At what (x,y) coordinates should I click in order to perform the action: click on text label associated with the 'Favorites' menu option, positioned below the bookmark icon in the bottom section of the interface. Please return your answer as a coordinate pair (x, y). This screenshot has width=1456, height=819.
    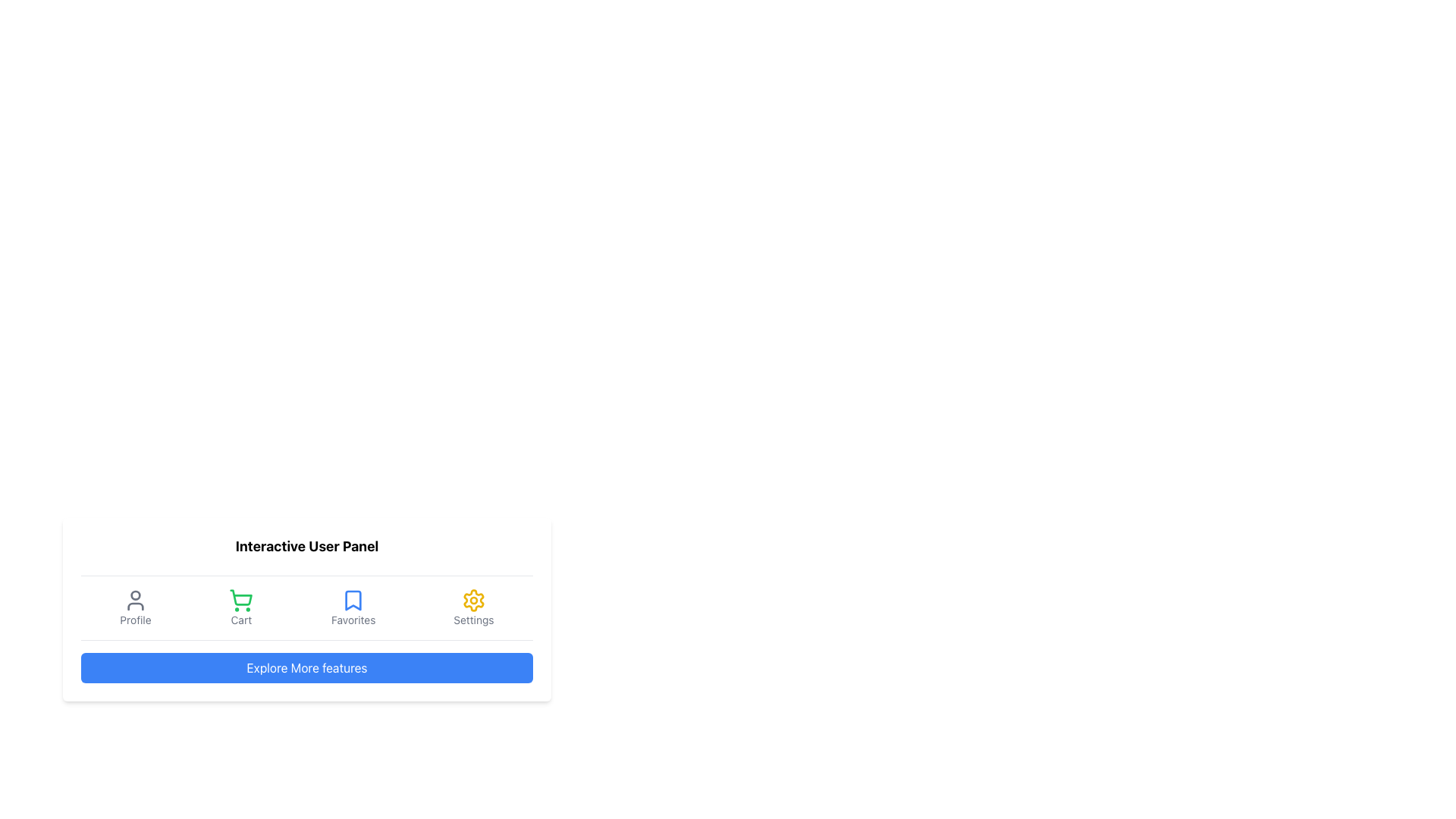
    Looking at the image, I should click on (353, 620).